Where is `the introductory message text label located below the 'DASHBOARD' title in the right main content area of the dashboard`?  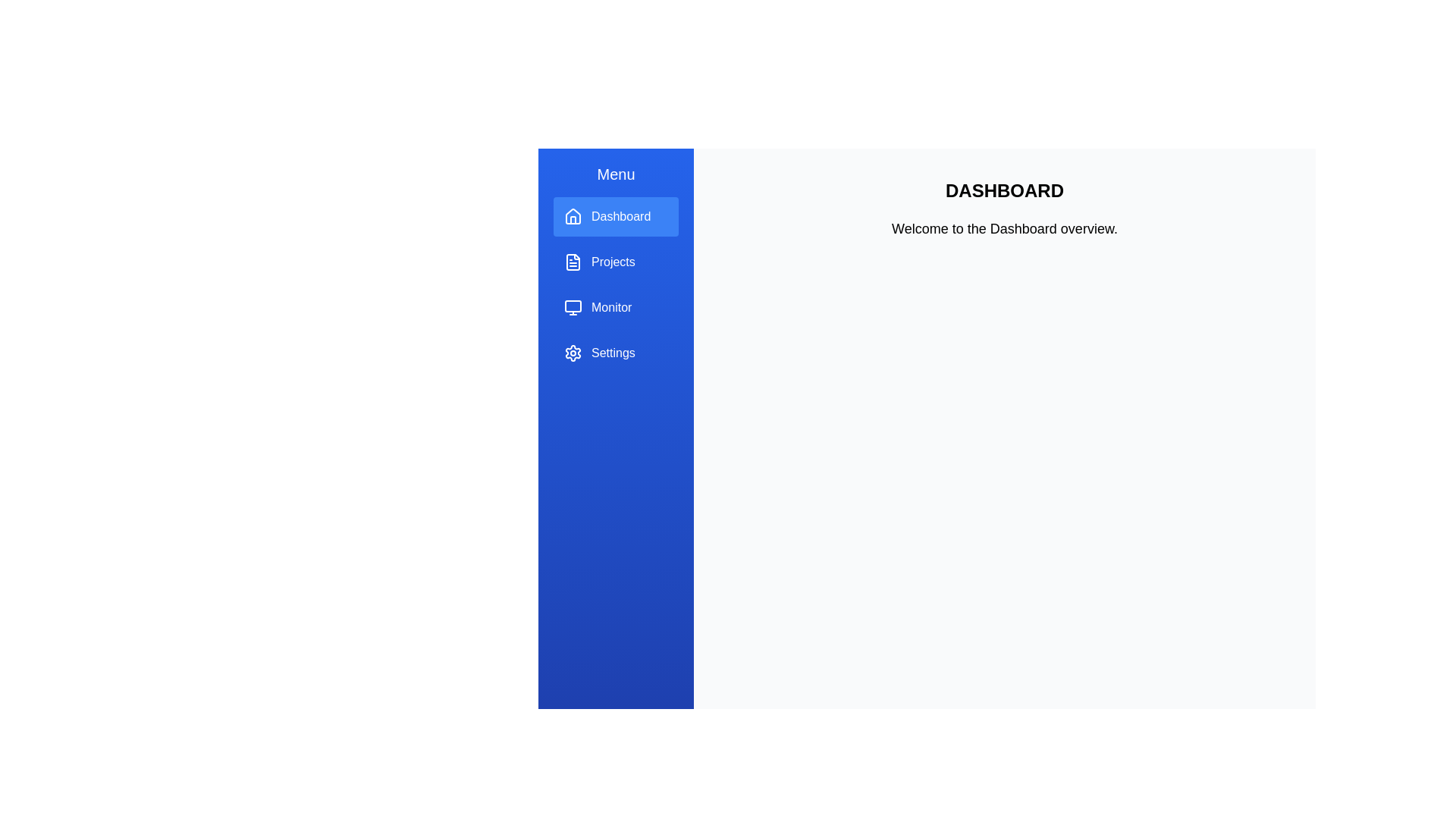 the introductory message text label located below the 'DASHBOARD' title in the right main content area of the dashboard is located at coordinates (1004, 228).